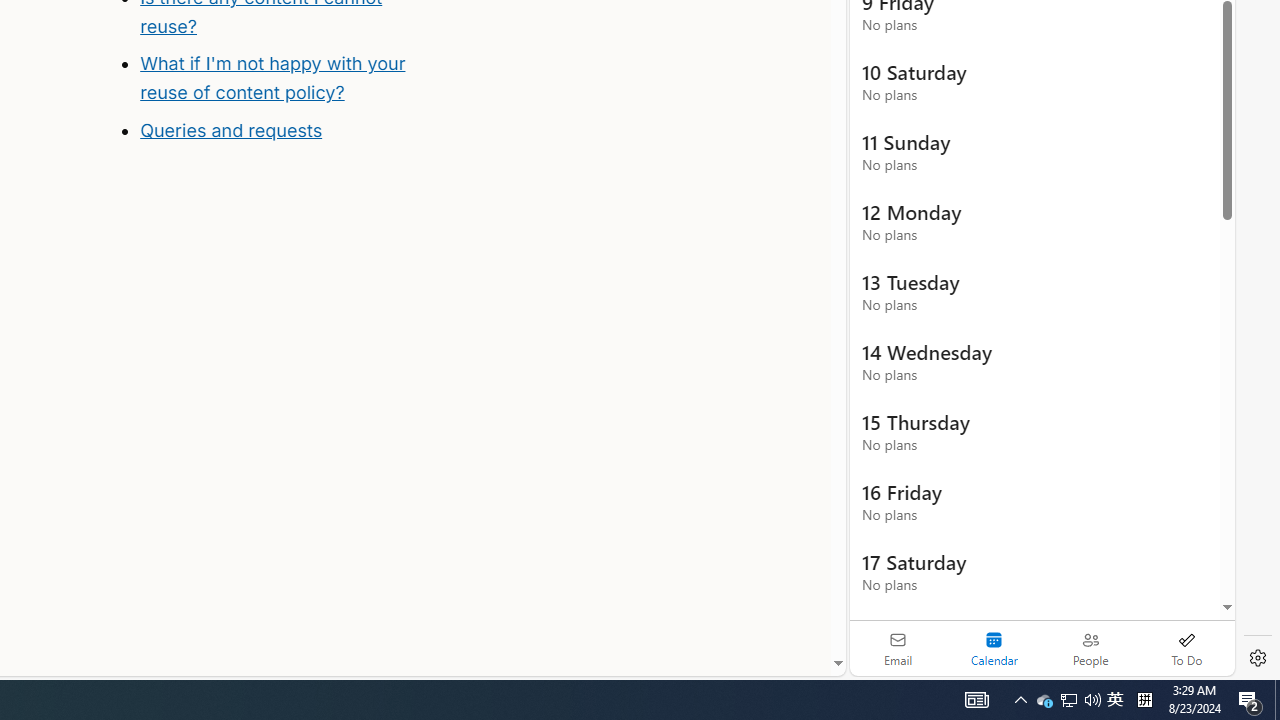 The width and height of the screenshot is (1280, 720). I want to click on 'Queries and requests', so click(231, 131).